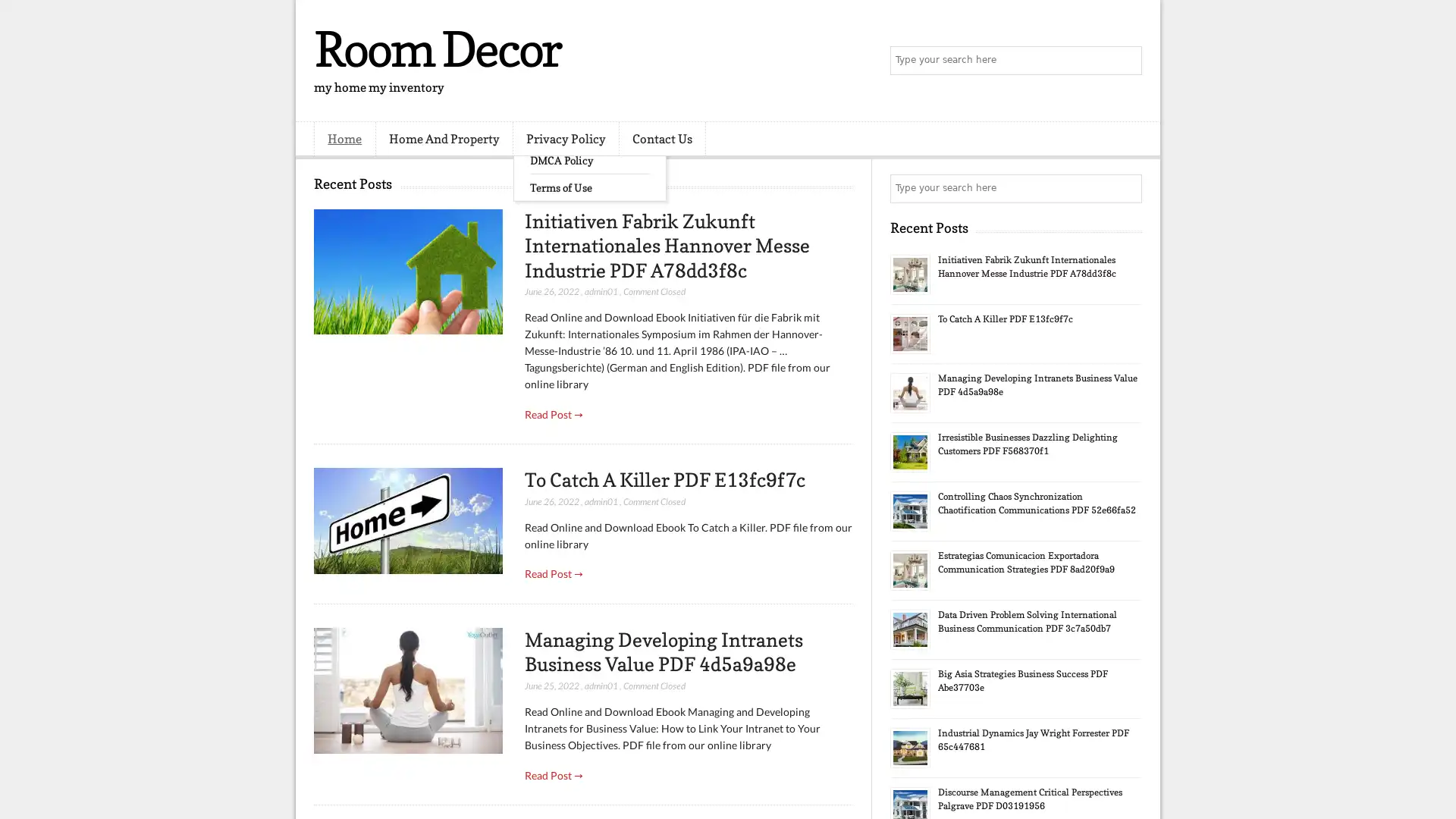 The image size is (1456, 819). Describe the element at coordinates (1126, 61) in the screenshot. I see `Search` at that location.